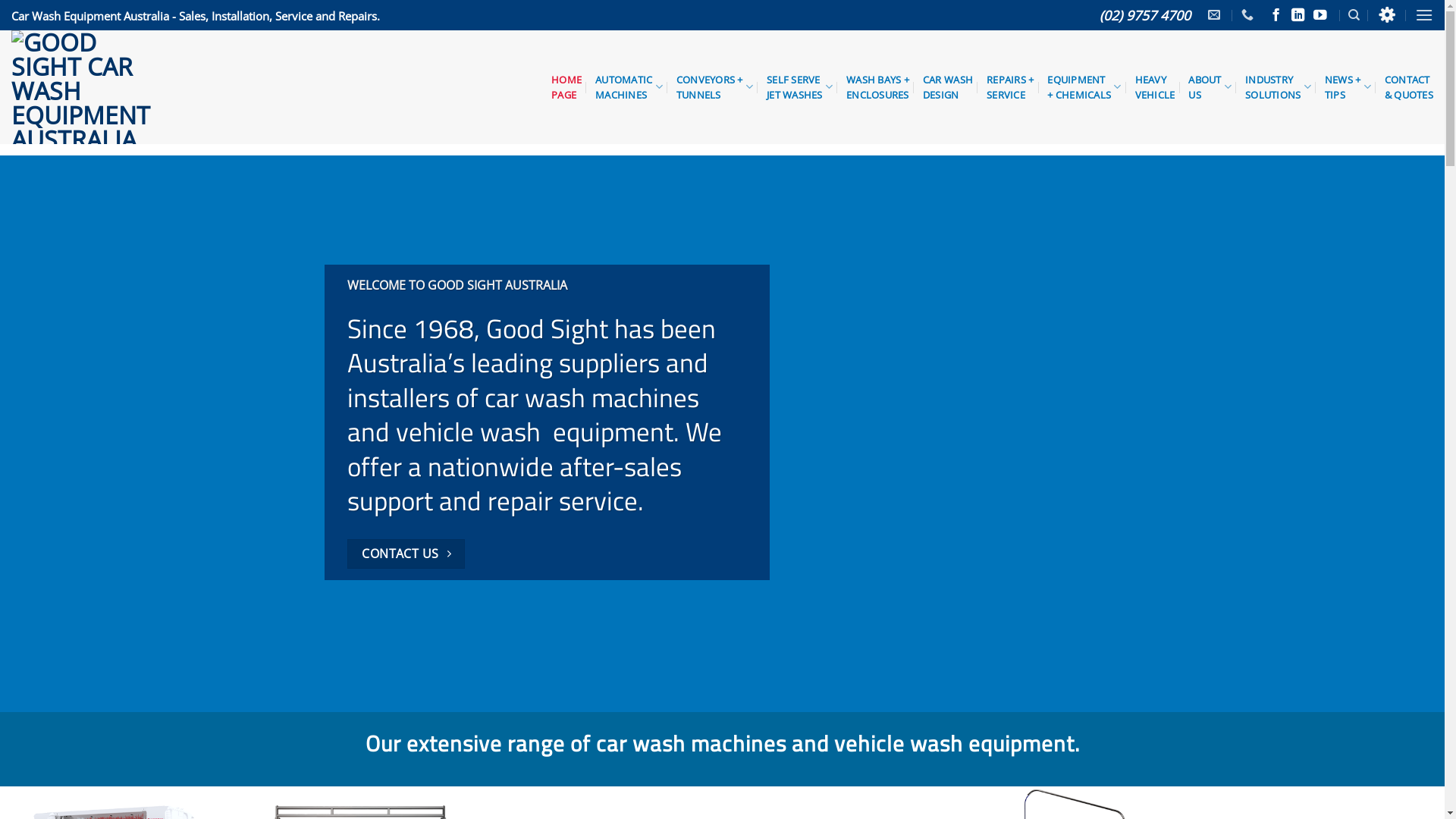  I want to click on '0297574700', so click(1249, 14).